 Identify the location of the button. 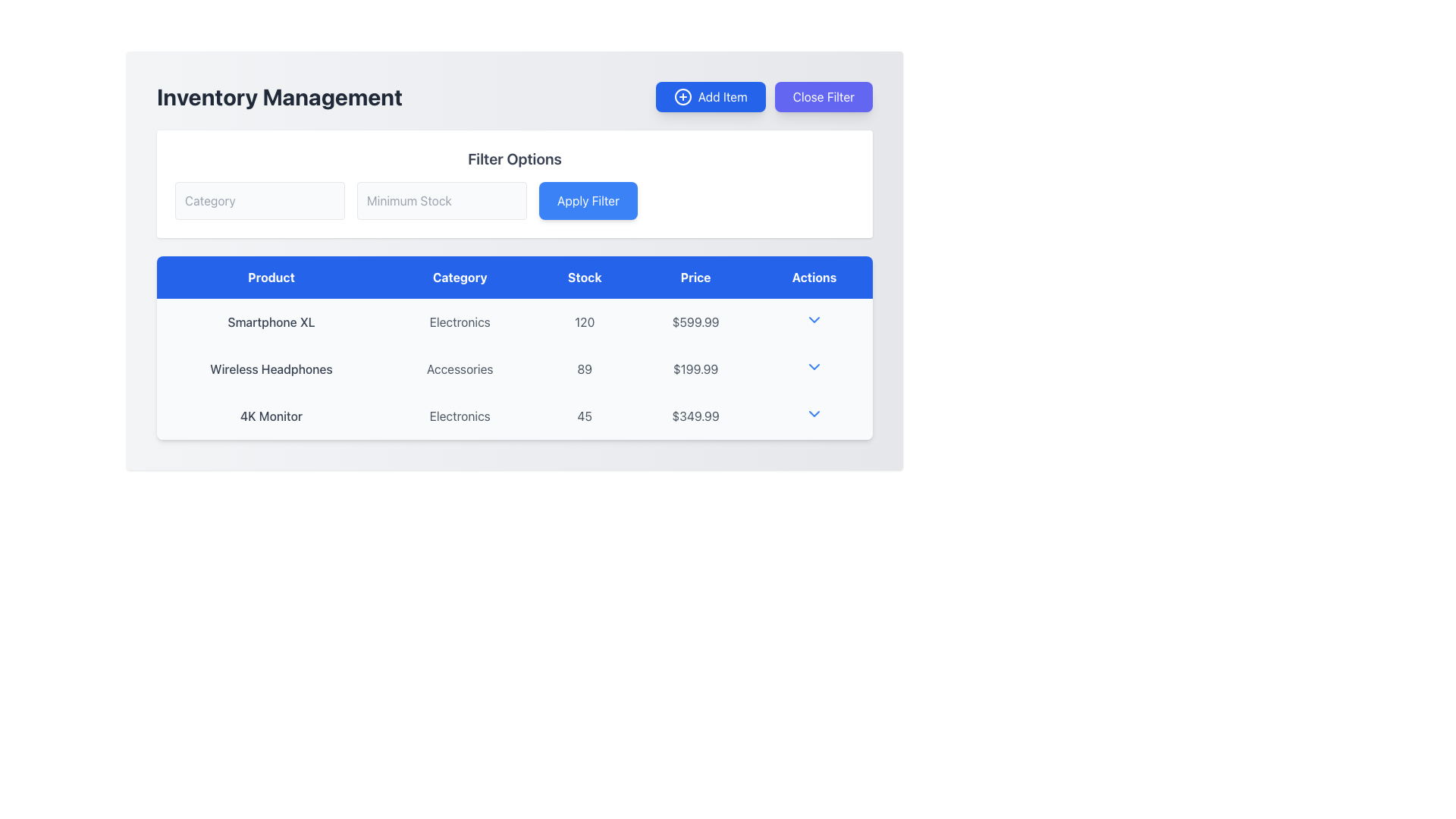
(814, 414).